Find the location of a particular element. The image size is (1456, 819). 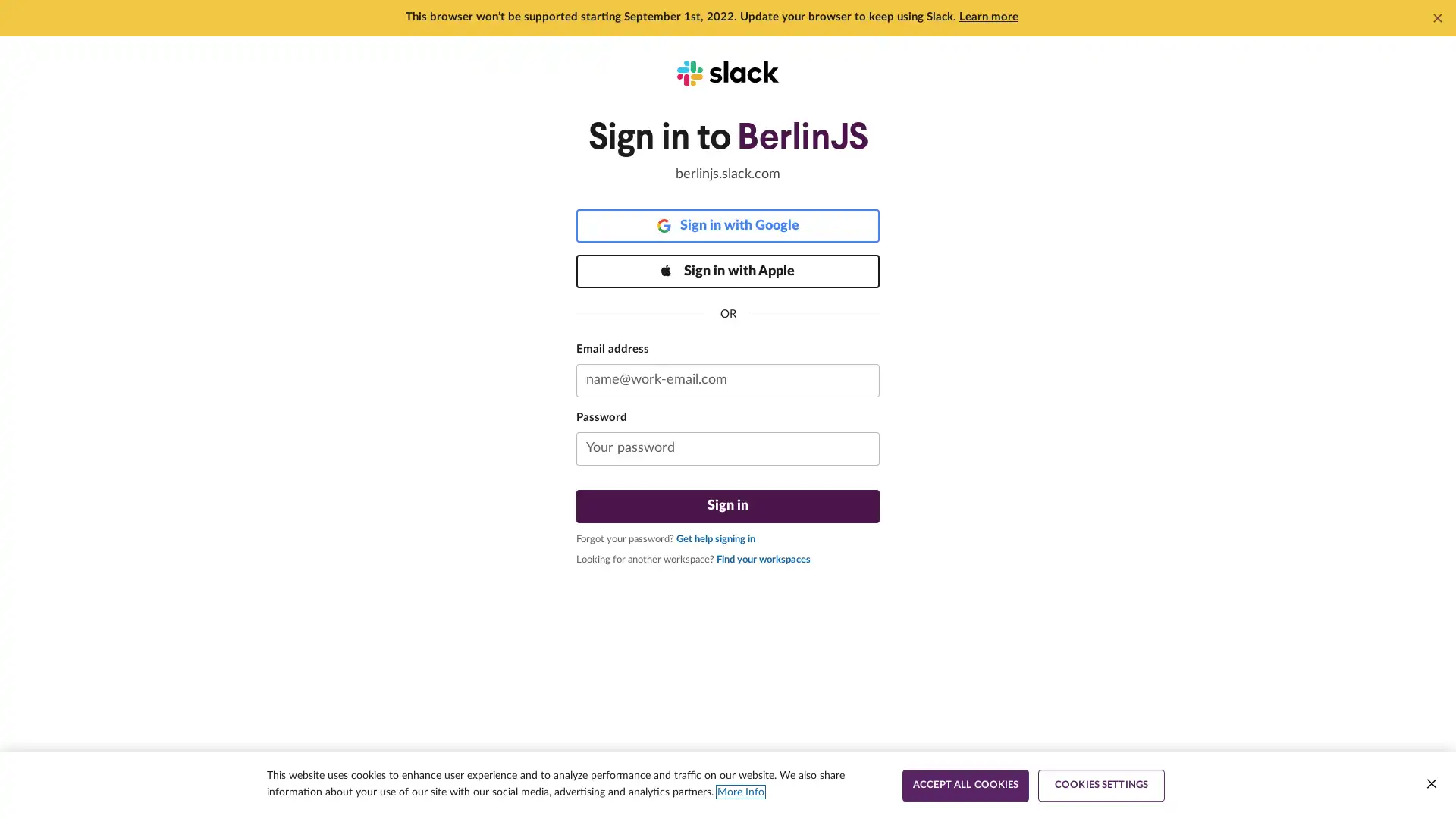

Sign in is located at coordinates (728, 506).